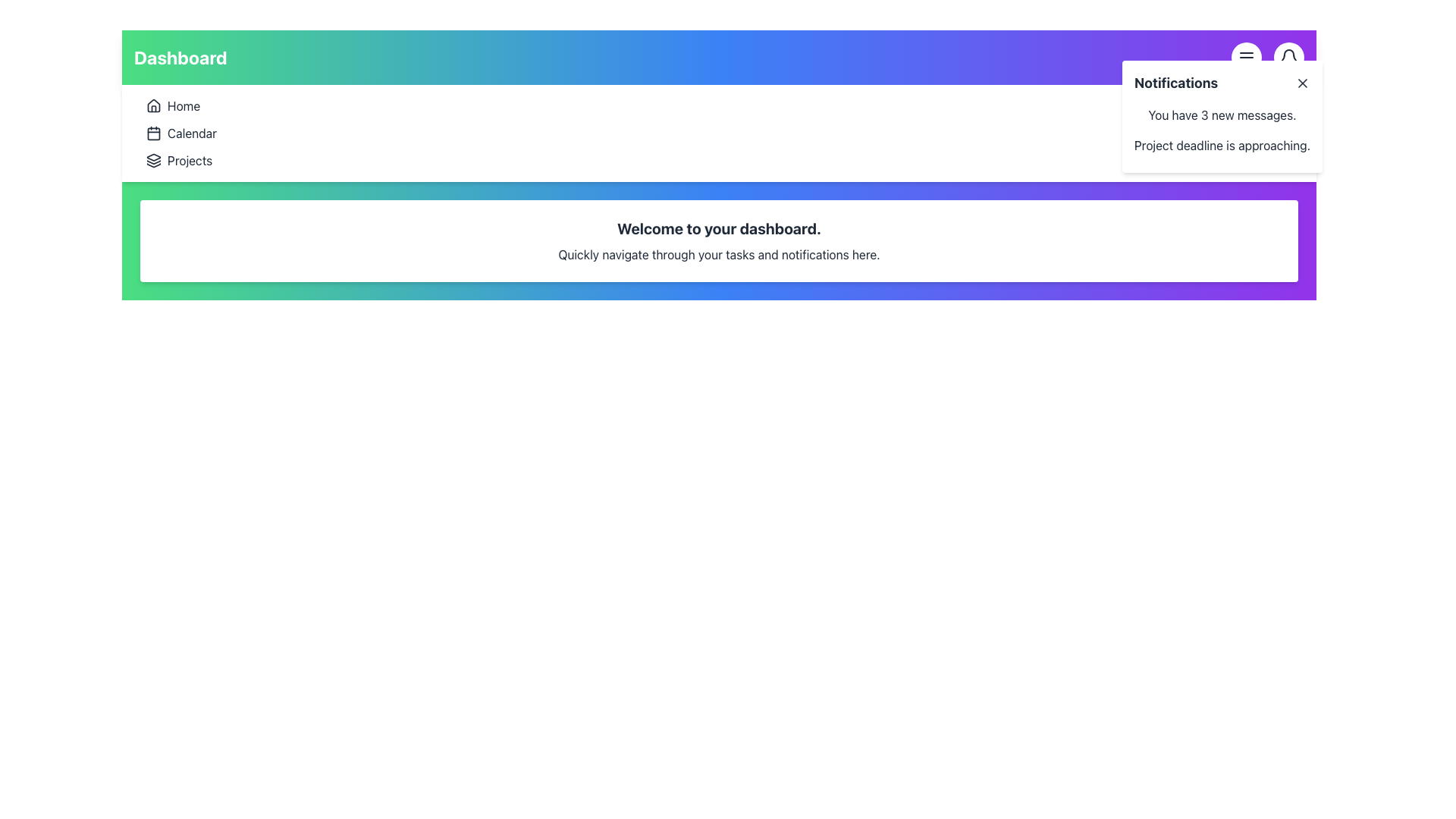  Describe the element at coordinates (1222, 146) in the screenshot. I see `the notification text indicating the approaching project deadline, located beneath 'You have 3 new messages.' in the top-right corner of the application interface` at that location.